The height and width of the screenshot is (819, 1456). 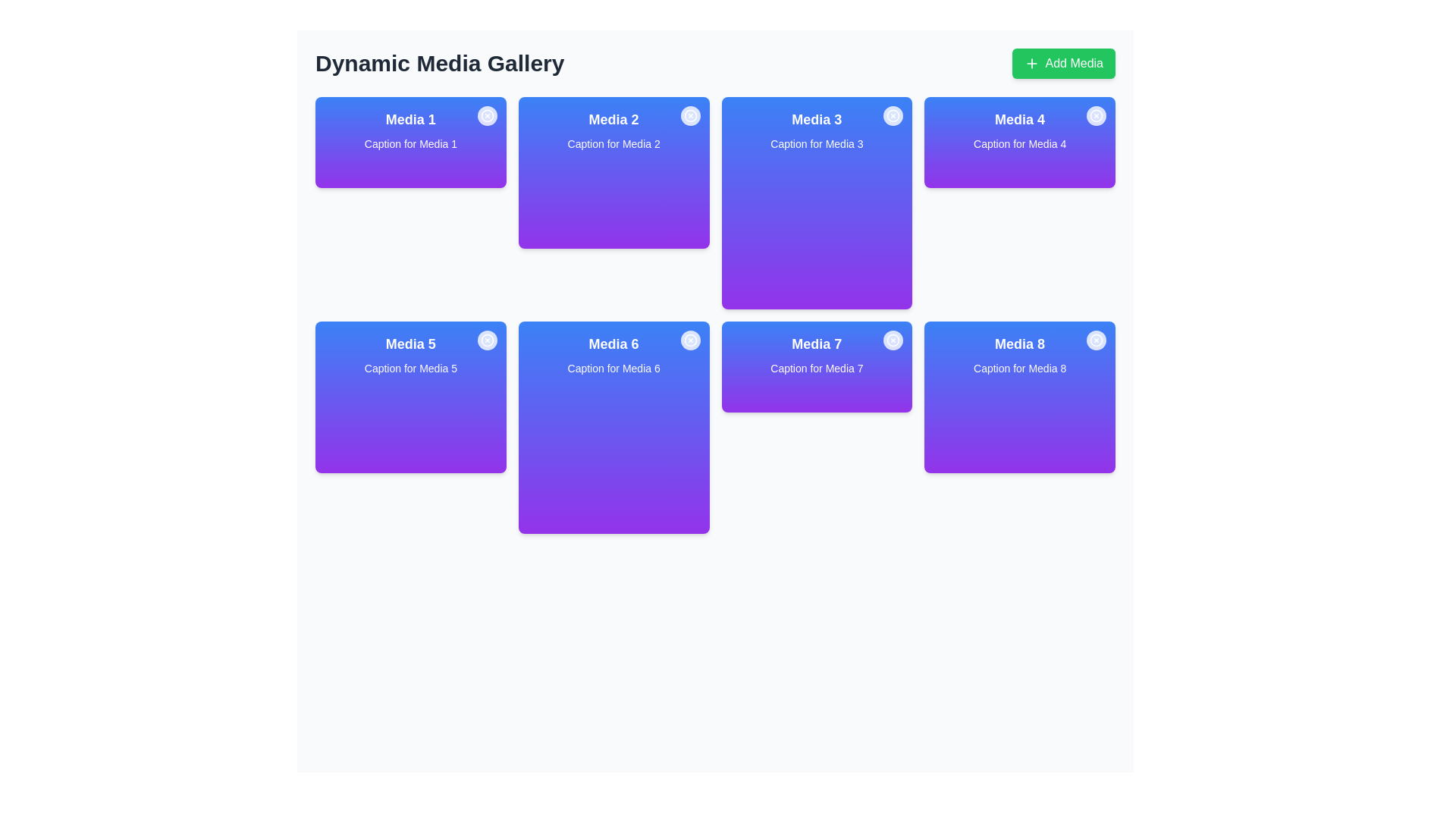 I want to click on the text label displaying 'Media 6', which is styled with a bold and slightly larger font, located at the top of the card with a gradient background, so click(x=613, y=344).